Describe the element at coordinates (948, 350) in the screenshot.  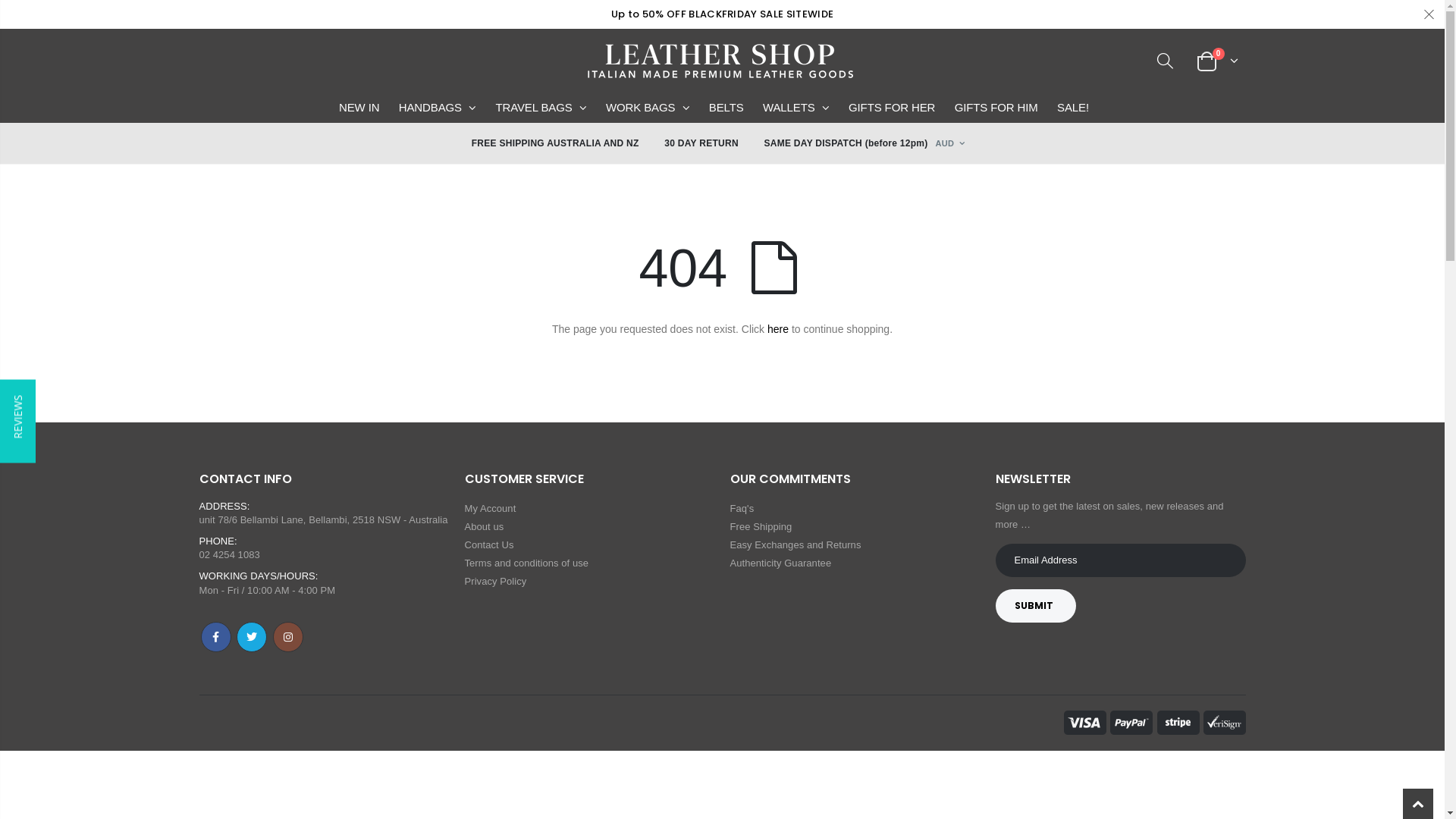
I see `'BAM'` at that location.